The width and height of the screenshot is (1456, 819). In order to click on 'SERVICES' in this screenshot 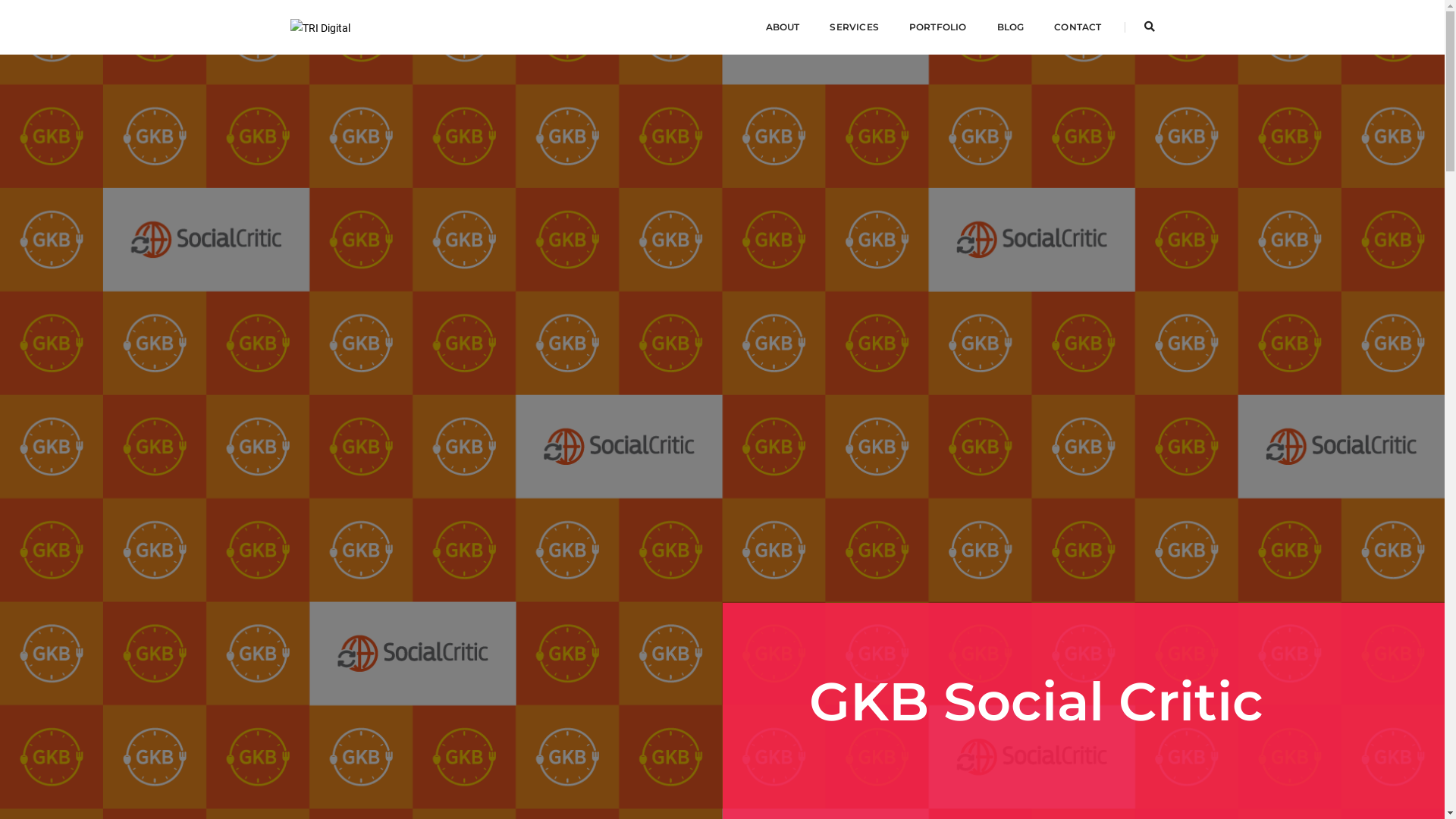, I will do `click(854, 27)`.